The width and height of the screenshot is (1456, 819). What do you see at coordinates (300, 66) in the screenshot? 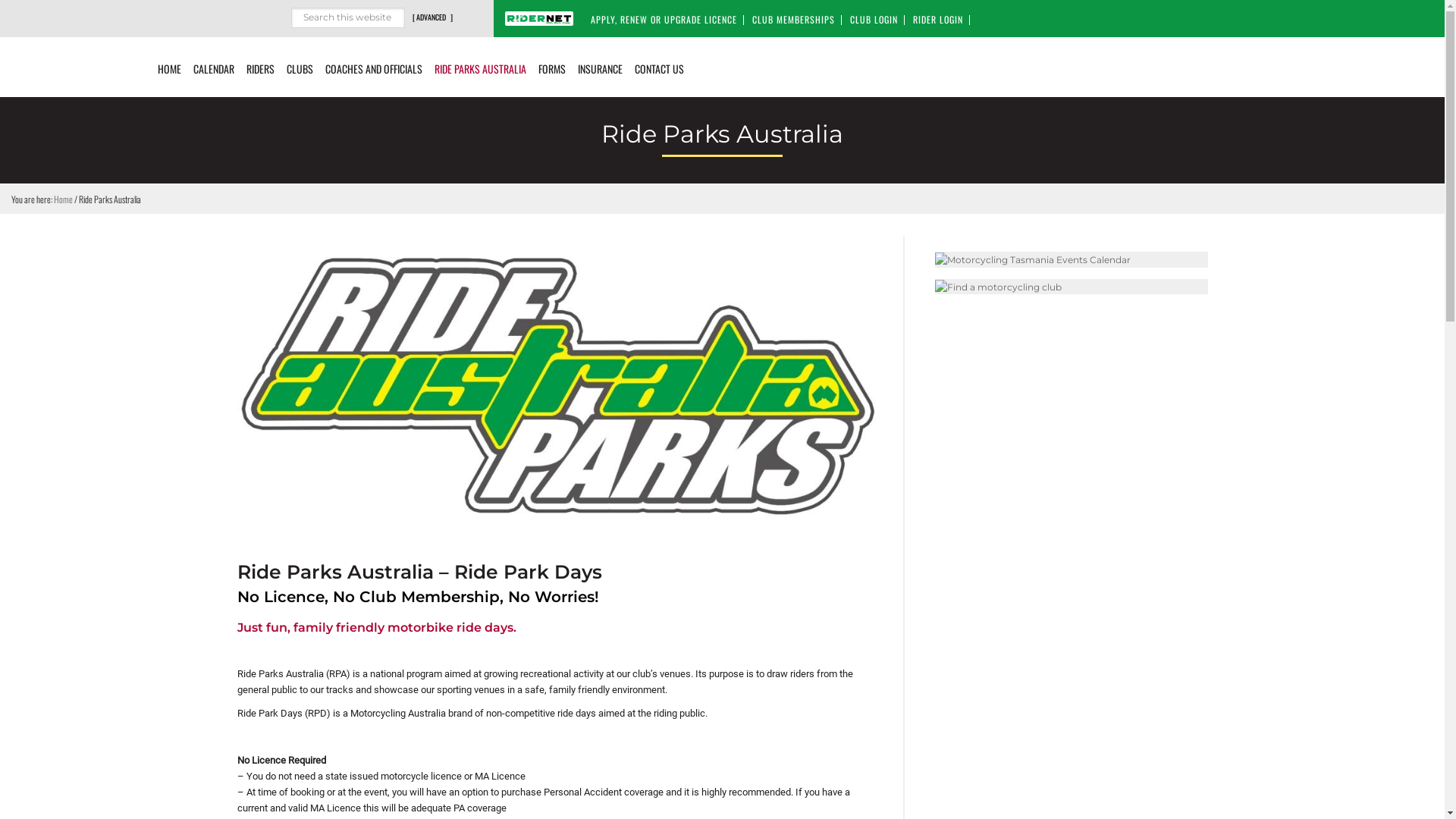
I see `'CLUBS'` at bounding box center [300, 66].